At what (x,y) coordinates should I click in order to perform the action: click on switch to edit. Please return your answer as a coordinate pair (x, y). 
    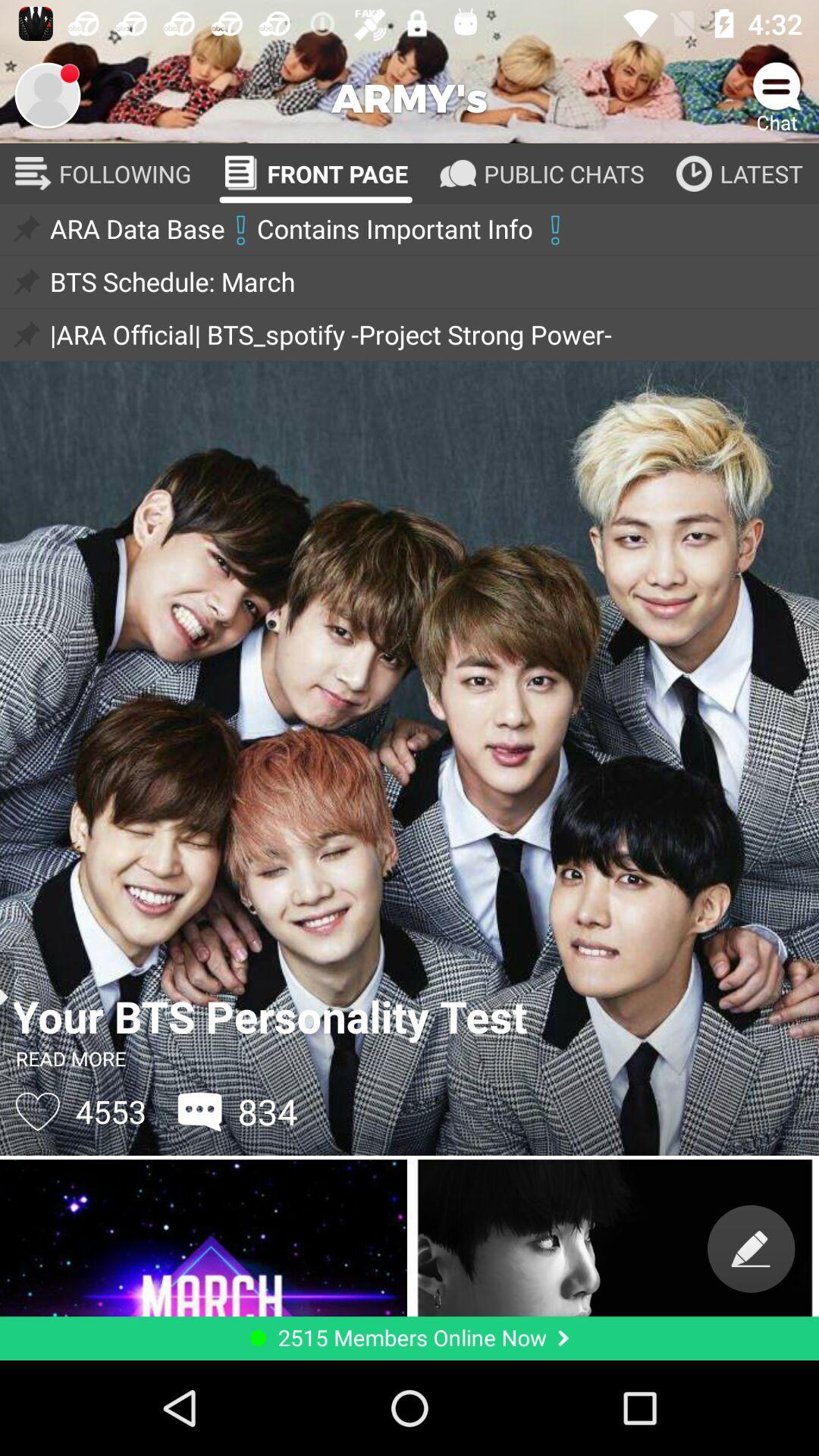
    Looking at the image, I should click on (751, 1248).